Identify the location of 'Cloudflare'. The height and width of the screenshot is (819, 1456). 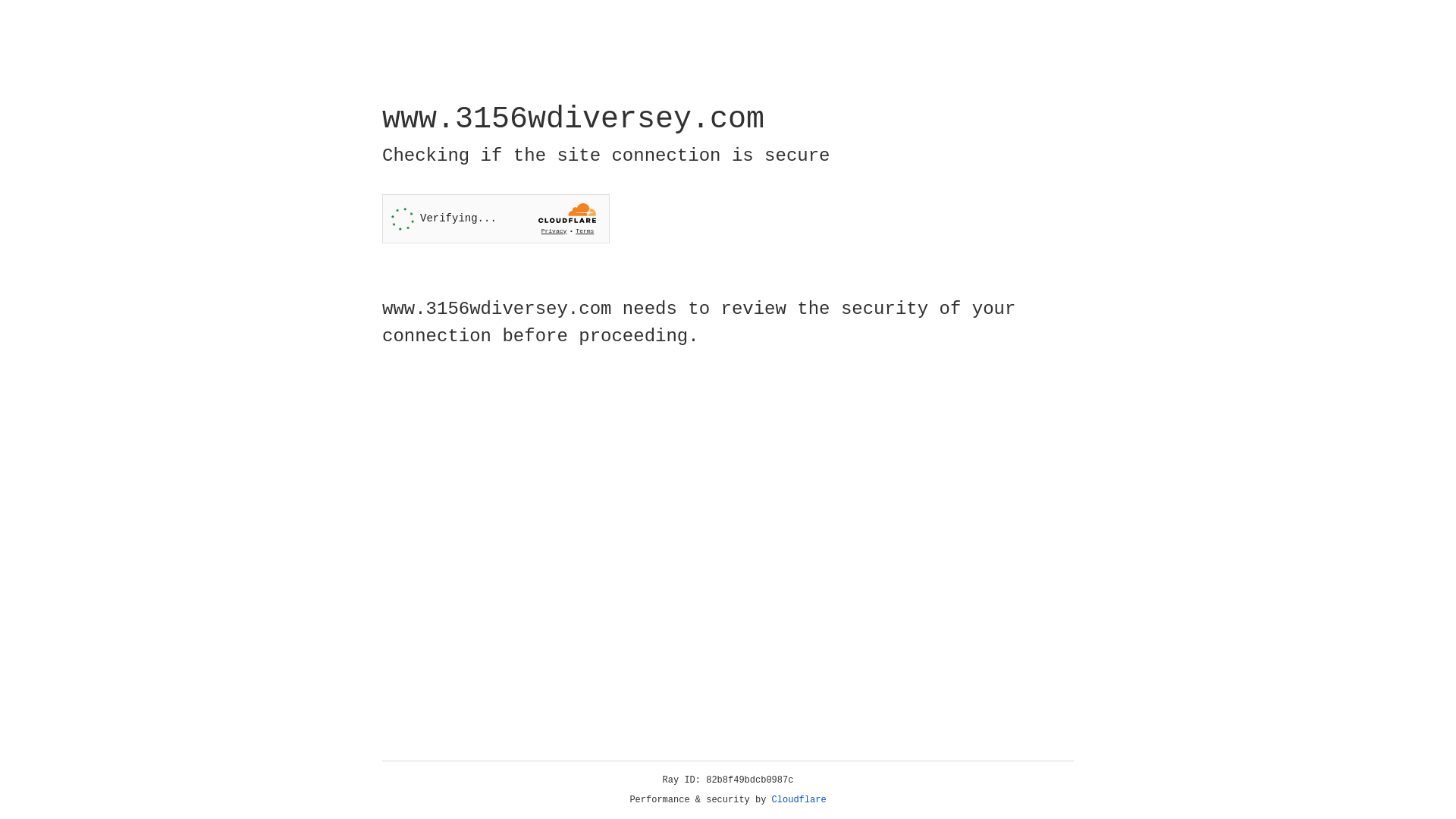
(799, 799).